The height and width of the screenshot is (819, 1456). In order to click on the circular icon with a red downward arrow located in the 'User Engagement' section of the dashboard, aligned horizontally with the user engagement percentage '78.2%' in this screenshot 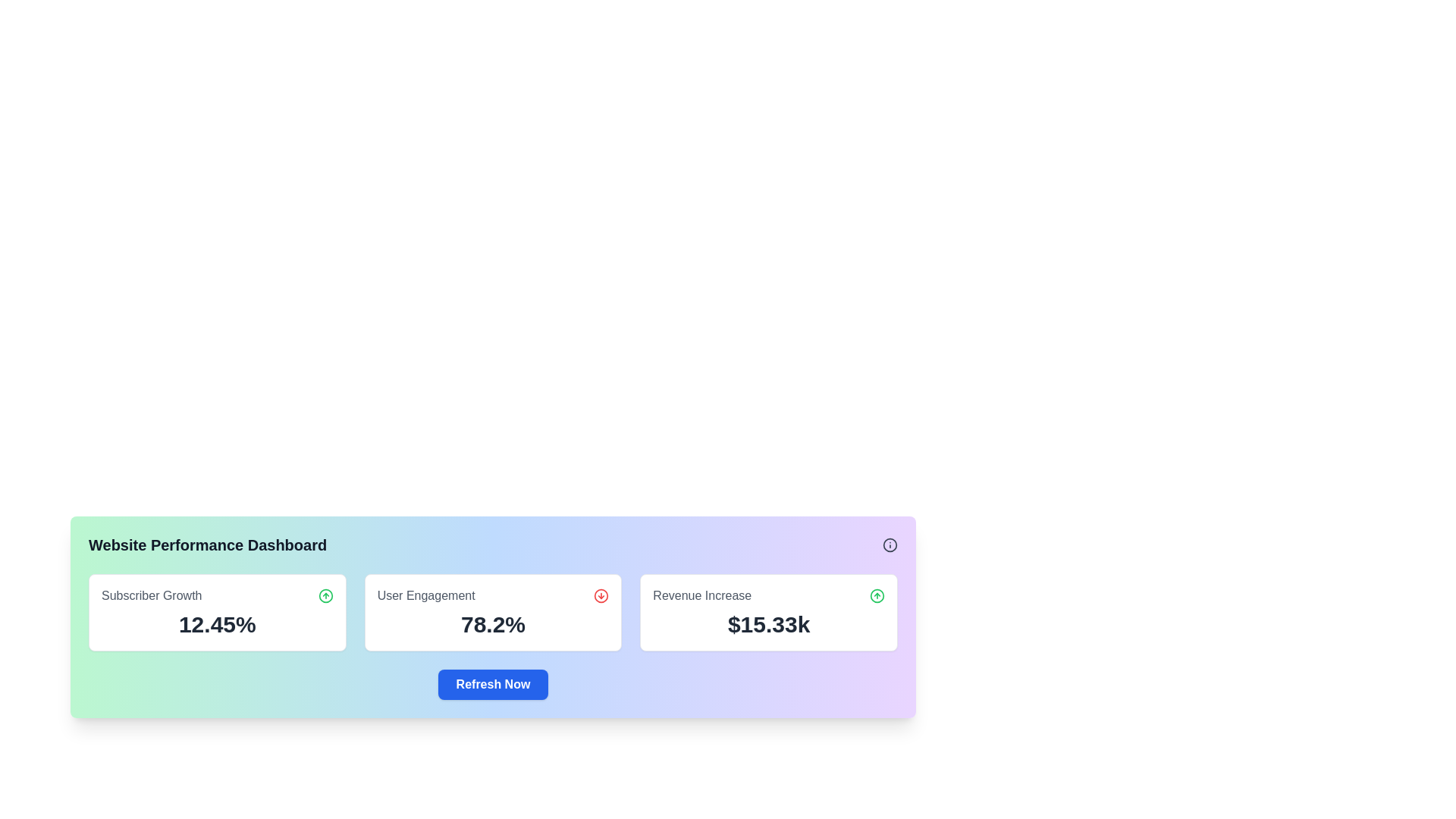, I will do `click(601, 595)`.